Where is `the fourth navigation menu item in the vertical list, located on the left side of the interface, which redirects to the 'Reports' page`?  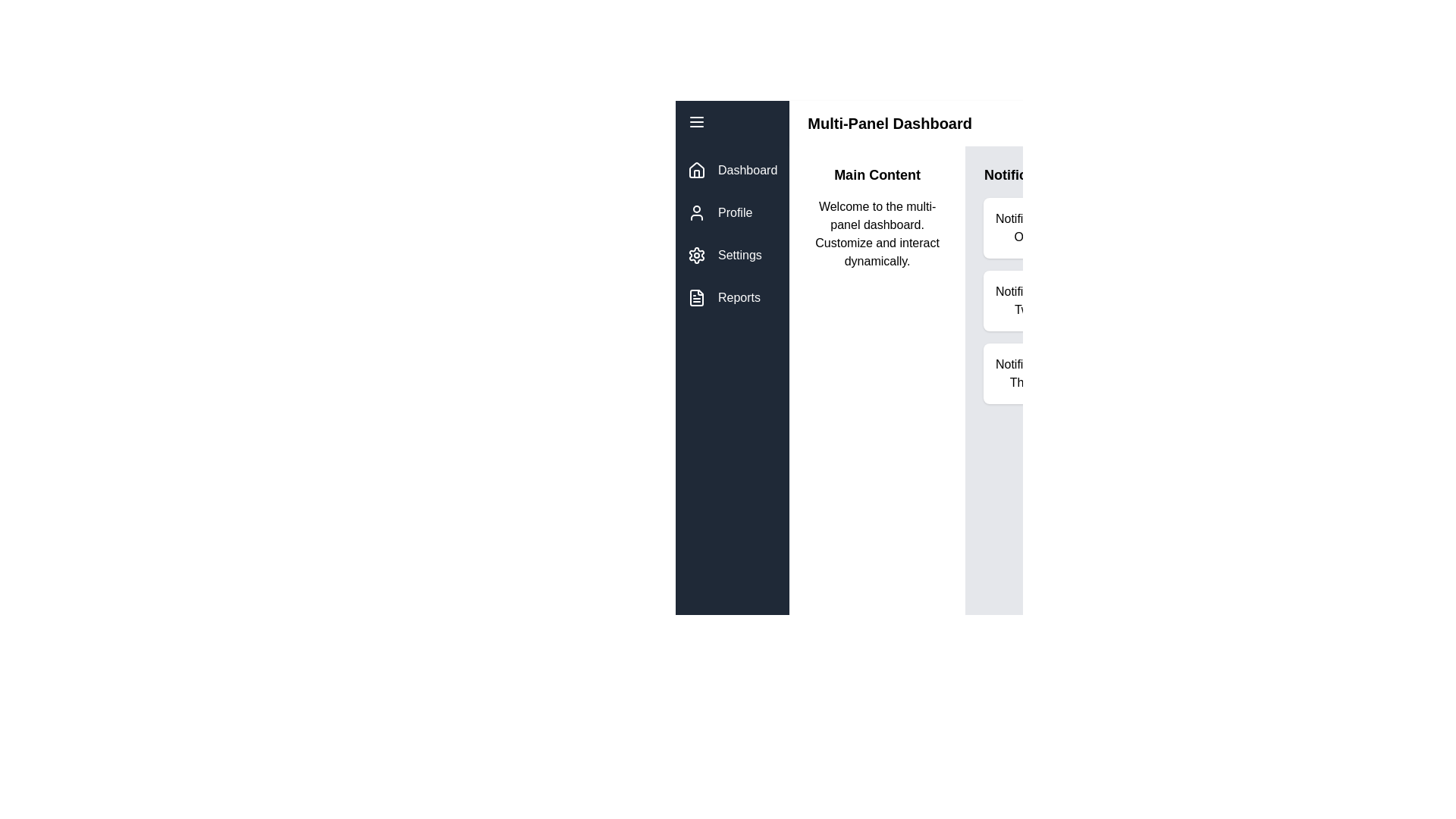 the fourth navigation menu item in the vertical list, located on the left side of the interface, which redirects to the 'Reports' page is located at coordinates (733, 298).